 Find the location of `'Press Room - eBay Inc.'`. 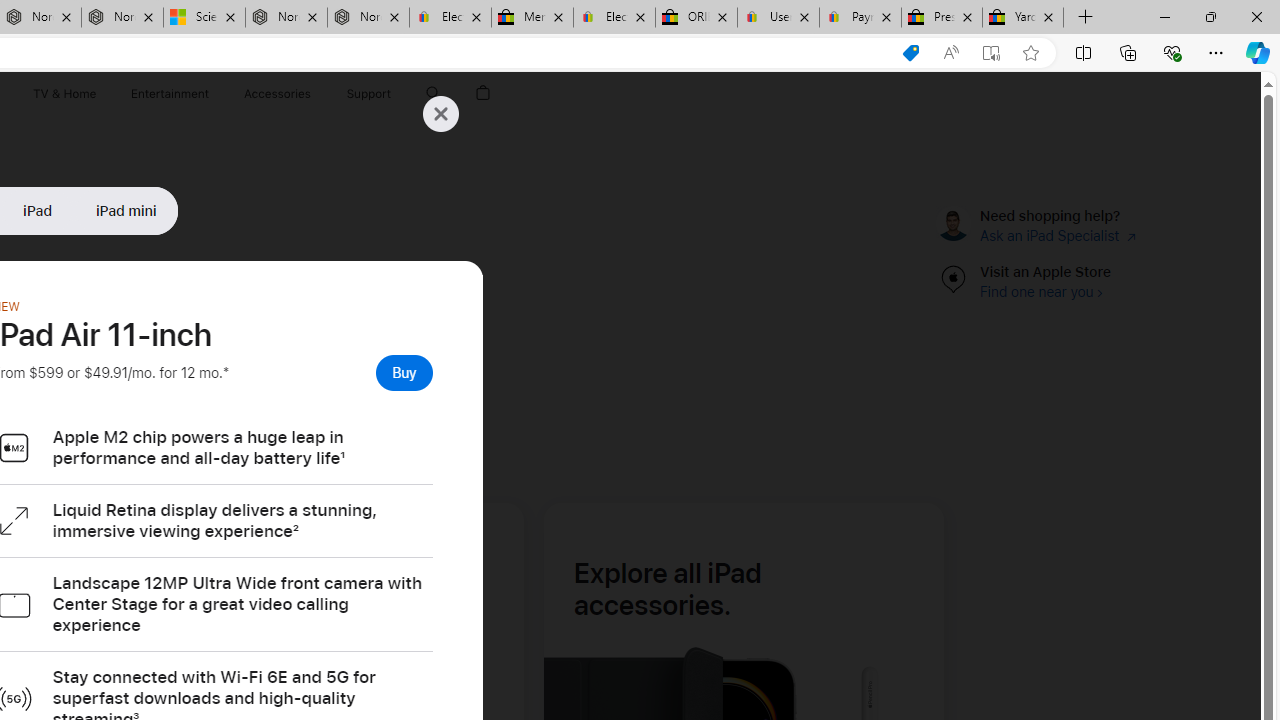

'Press Room - eBay Inc.' is located at coordinates (941, 17).